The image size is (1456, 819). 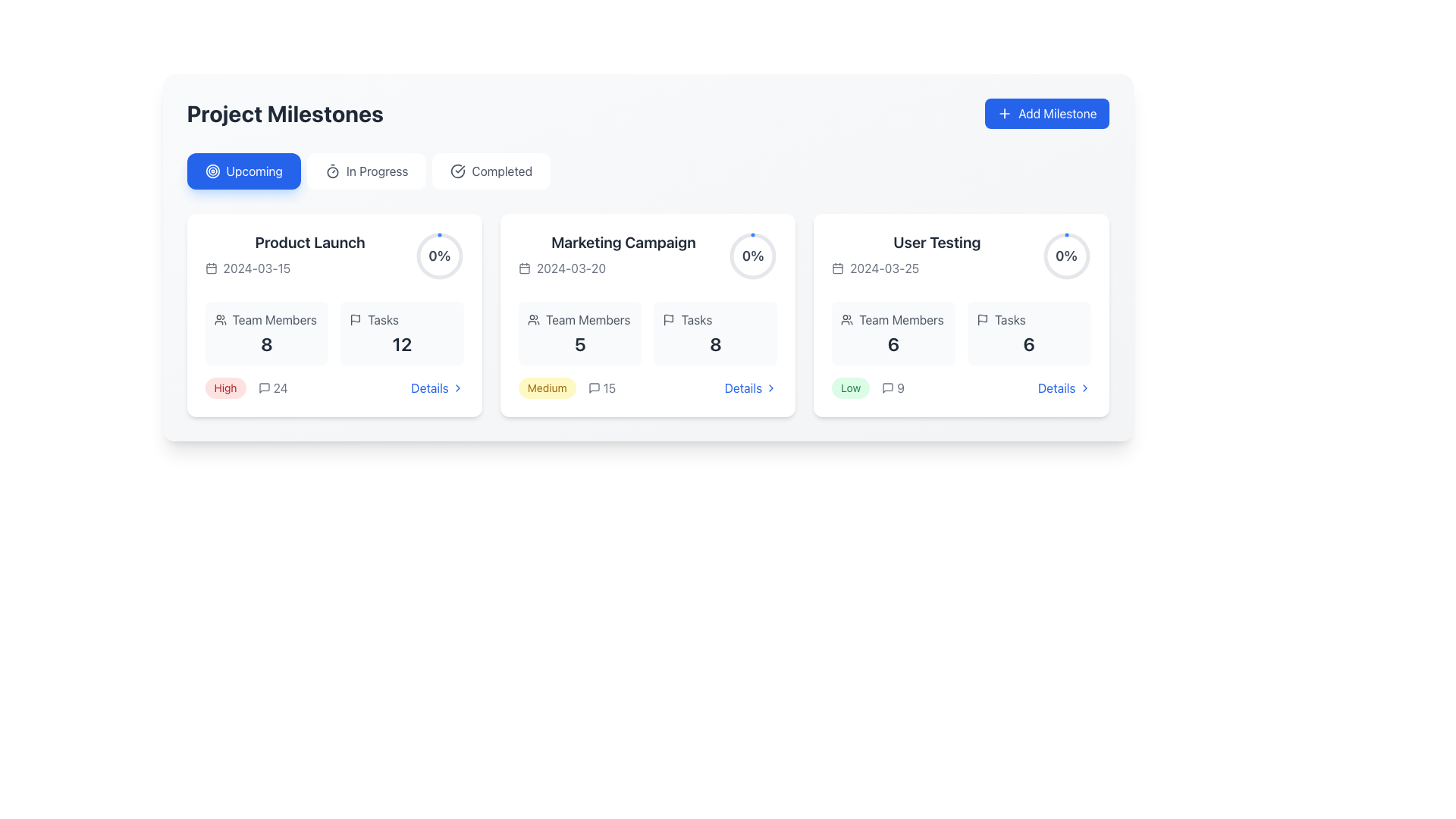 What do you see at coordinates (438, 256) in the screenshot?
I see `the Circular progress indicator with percentage label located at the top-right corner of the 'Product Launch' card` at bounding box center [438, 256].